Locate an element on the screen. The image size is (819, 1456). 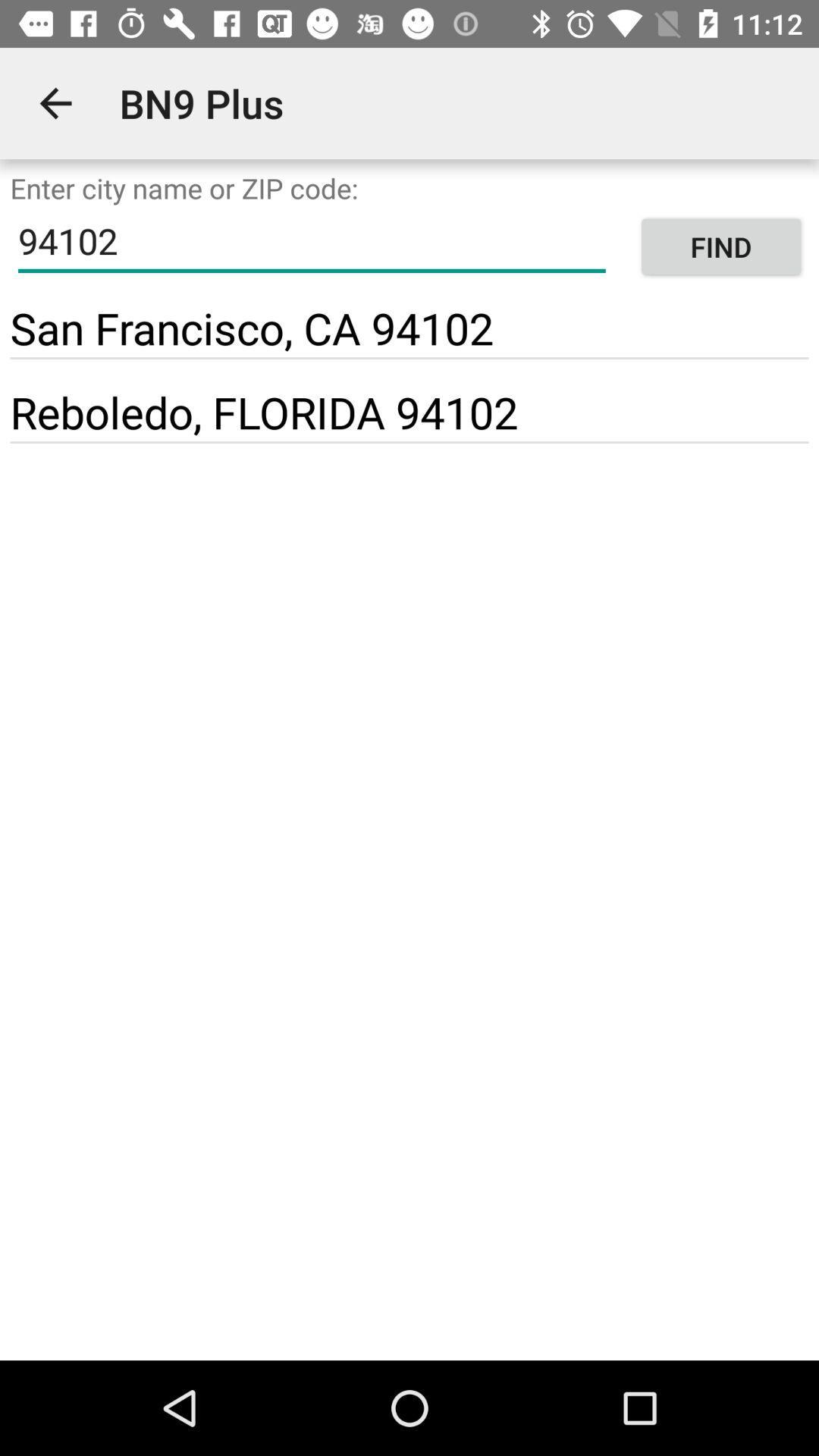
the icon above enter city name icon is located at coordinates (55, 102).